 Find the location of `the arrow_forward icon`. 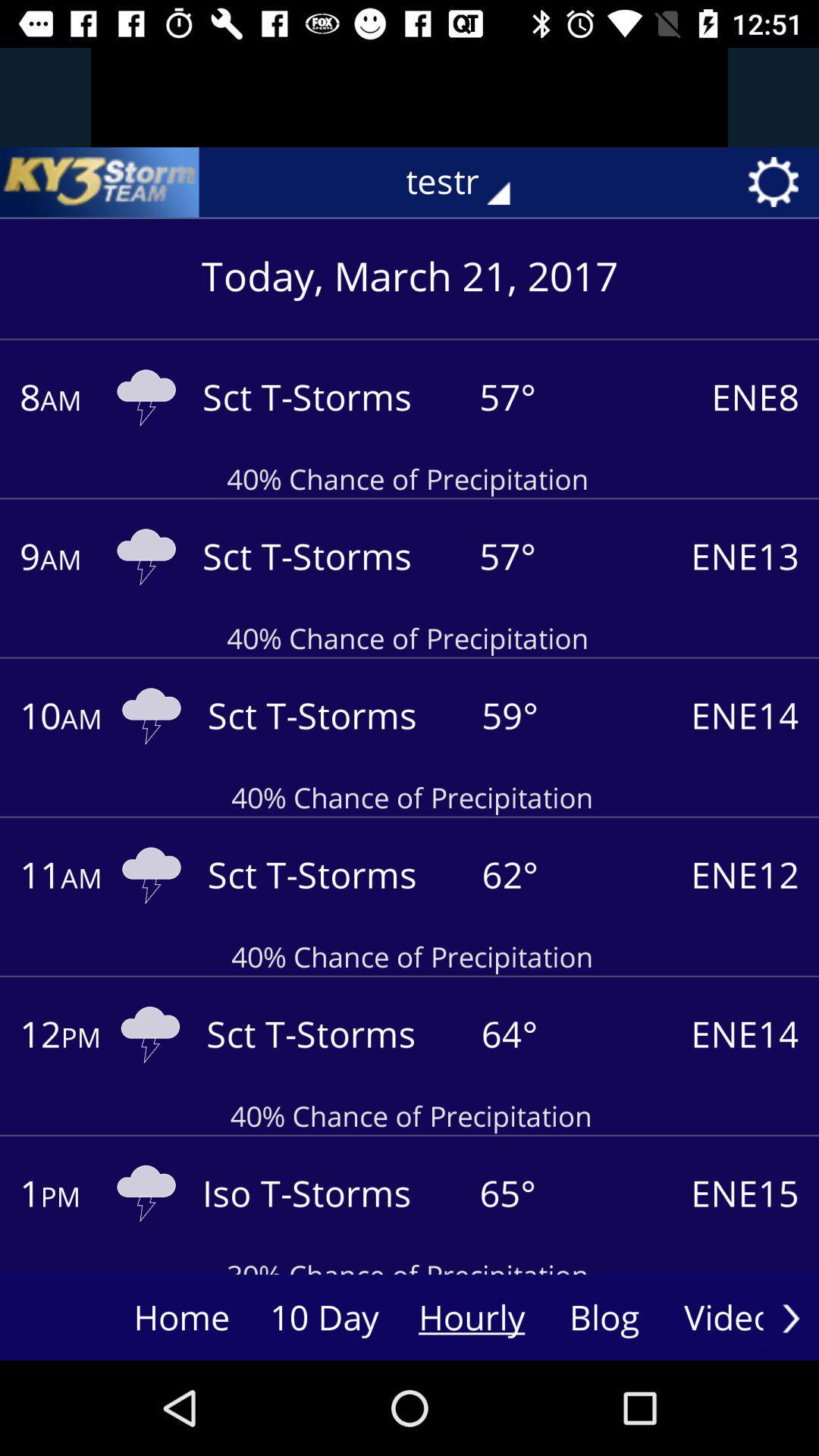

the arrow_forward icon is located at coordinates (790, 1317).